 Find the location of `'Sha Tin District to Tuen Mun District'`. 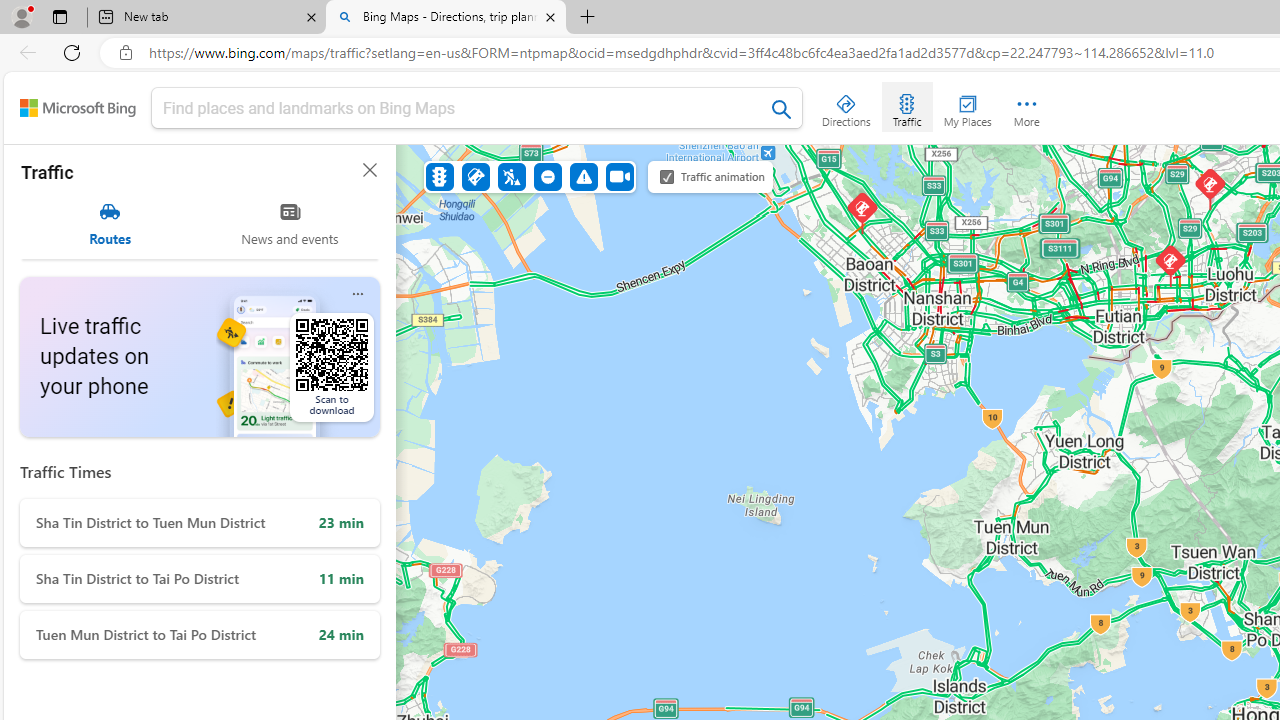

'Sha Tin District to Tuen Mun District' is located at coordinates (200, 522).